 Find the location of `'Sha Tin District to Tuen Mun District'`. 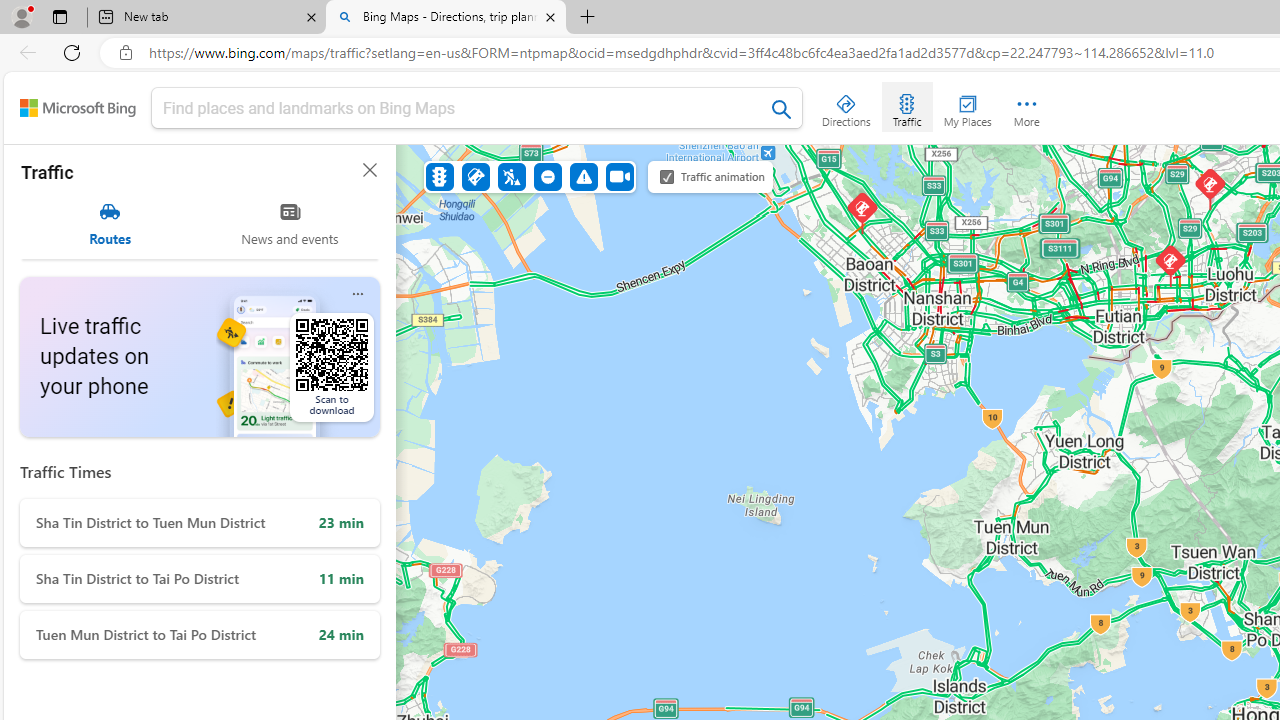

'Sha Tin District to Tuen Mun District' is located at coordinates (200, 522).